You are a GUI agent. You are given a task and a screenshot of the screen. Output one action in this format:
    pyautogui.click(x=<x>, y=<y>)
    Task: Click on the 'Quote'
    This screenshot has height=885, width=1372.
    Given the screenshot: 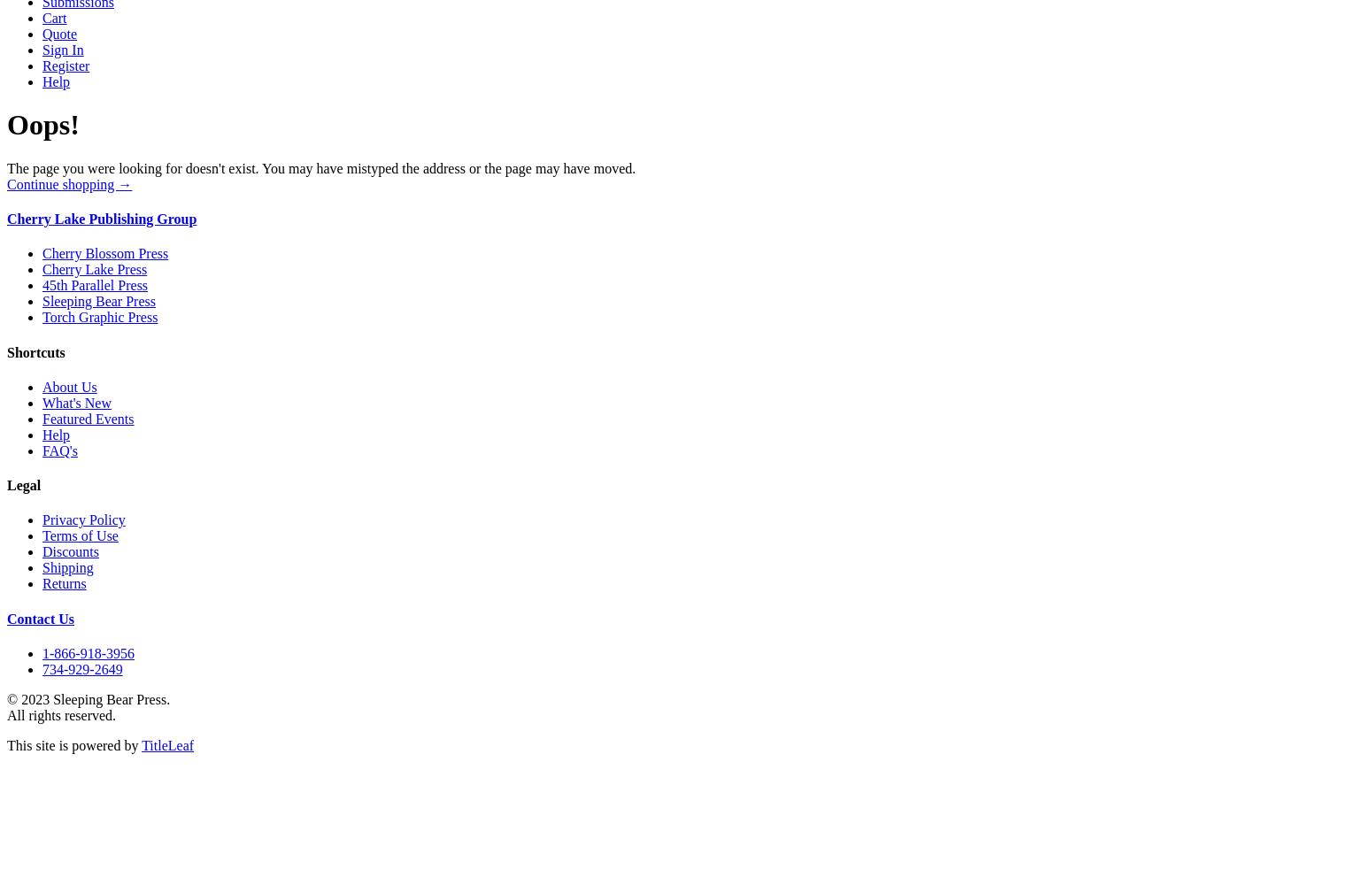 What is the action you would take?
    pyautogui.click(x=42, y=33)
    